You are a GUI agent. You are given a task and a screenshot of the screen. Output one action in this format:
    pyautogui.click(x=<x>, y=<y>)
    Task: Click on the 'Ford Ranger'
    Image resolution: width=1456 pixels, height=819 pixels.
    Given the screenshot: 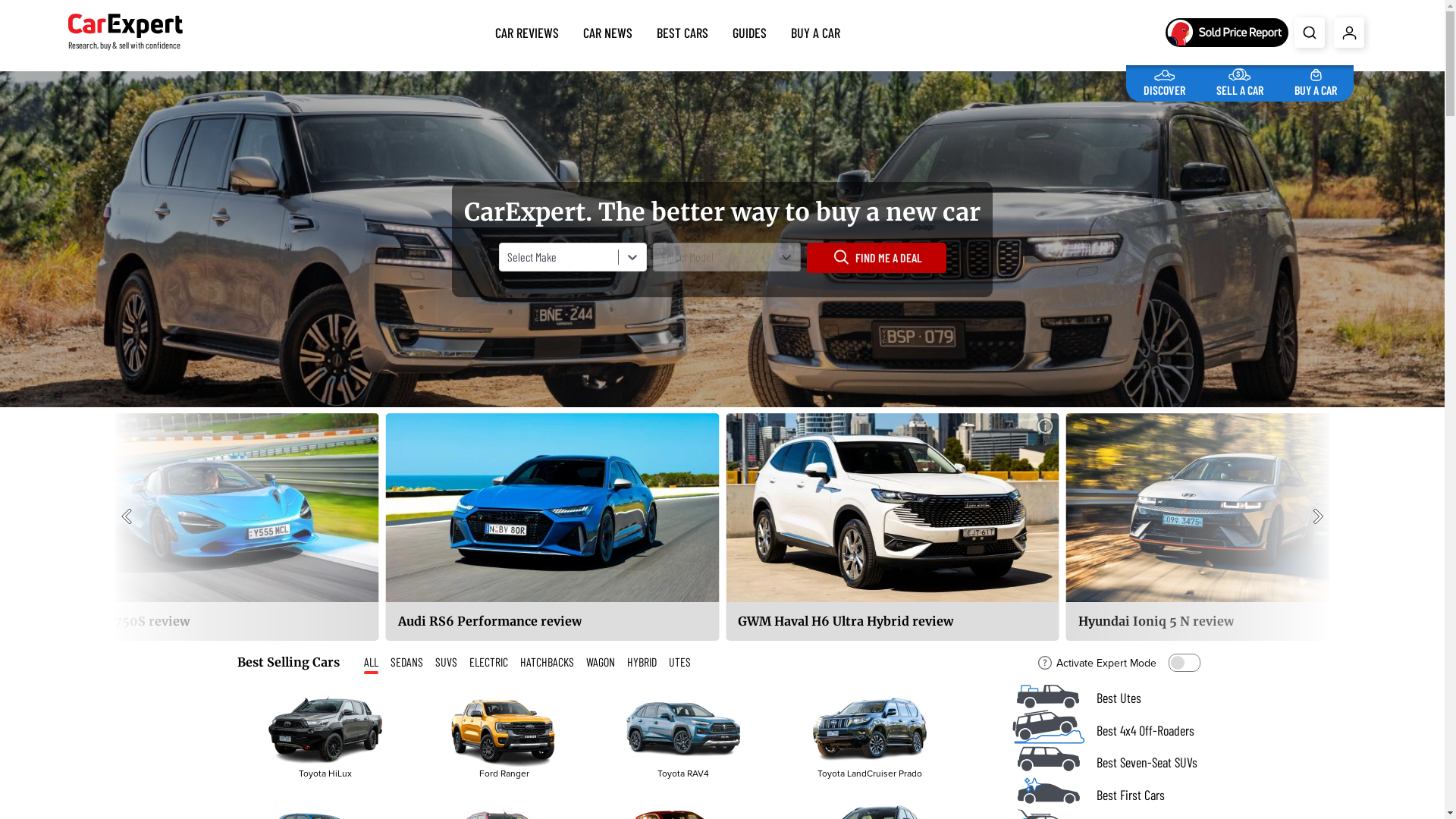 What is the action you would take?
    pyautogui.click(x=447, y=728)
    